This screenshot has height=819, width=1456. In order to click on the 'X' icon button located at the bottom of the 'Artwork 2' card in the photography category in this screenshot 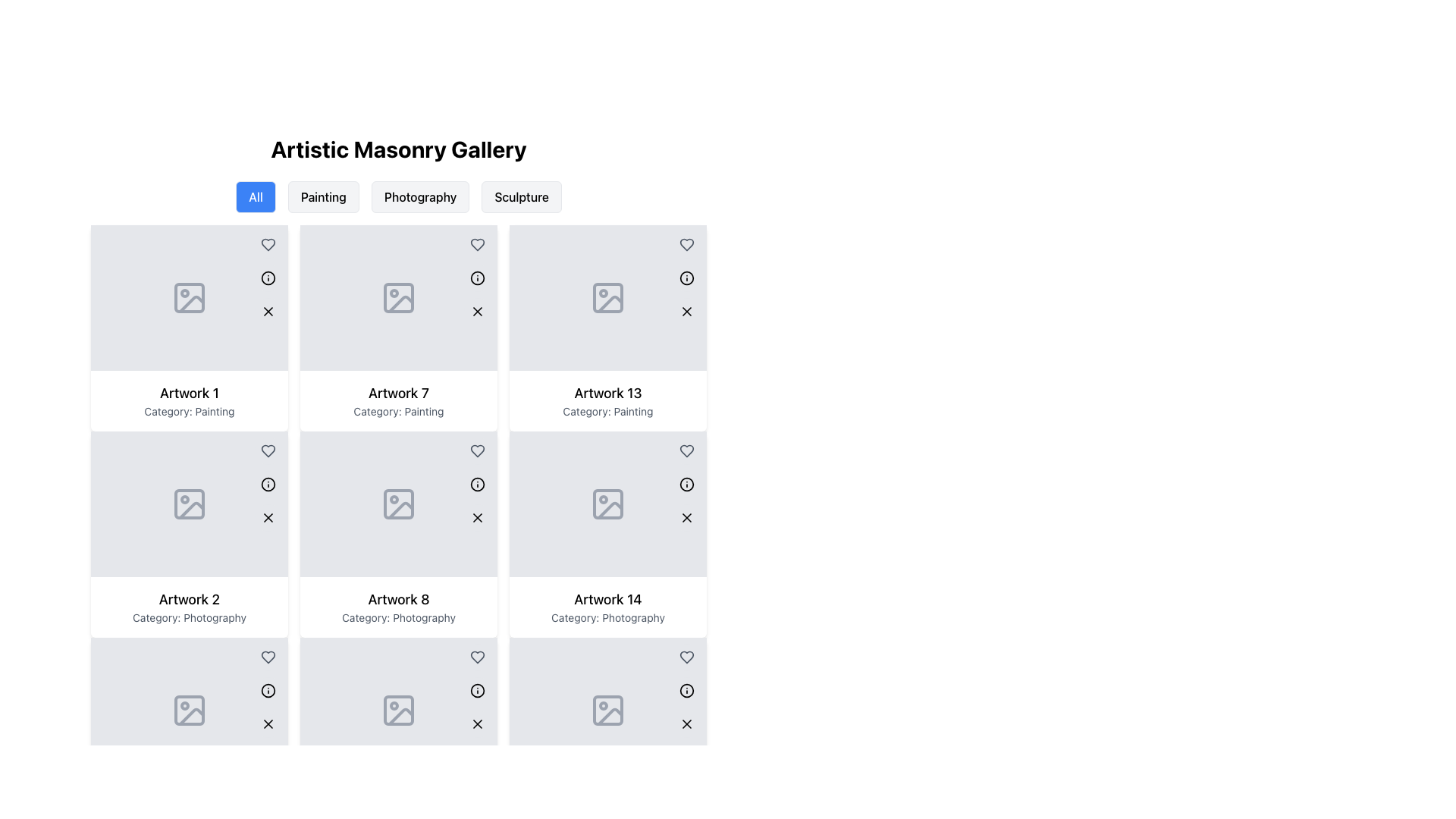, I will do `click(268, 723)`.